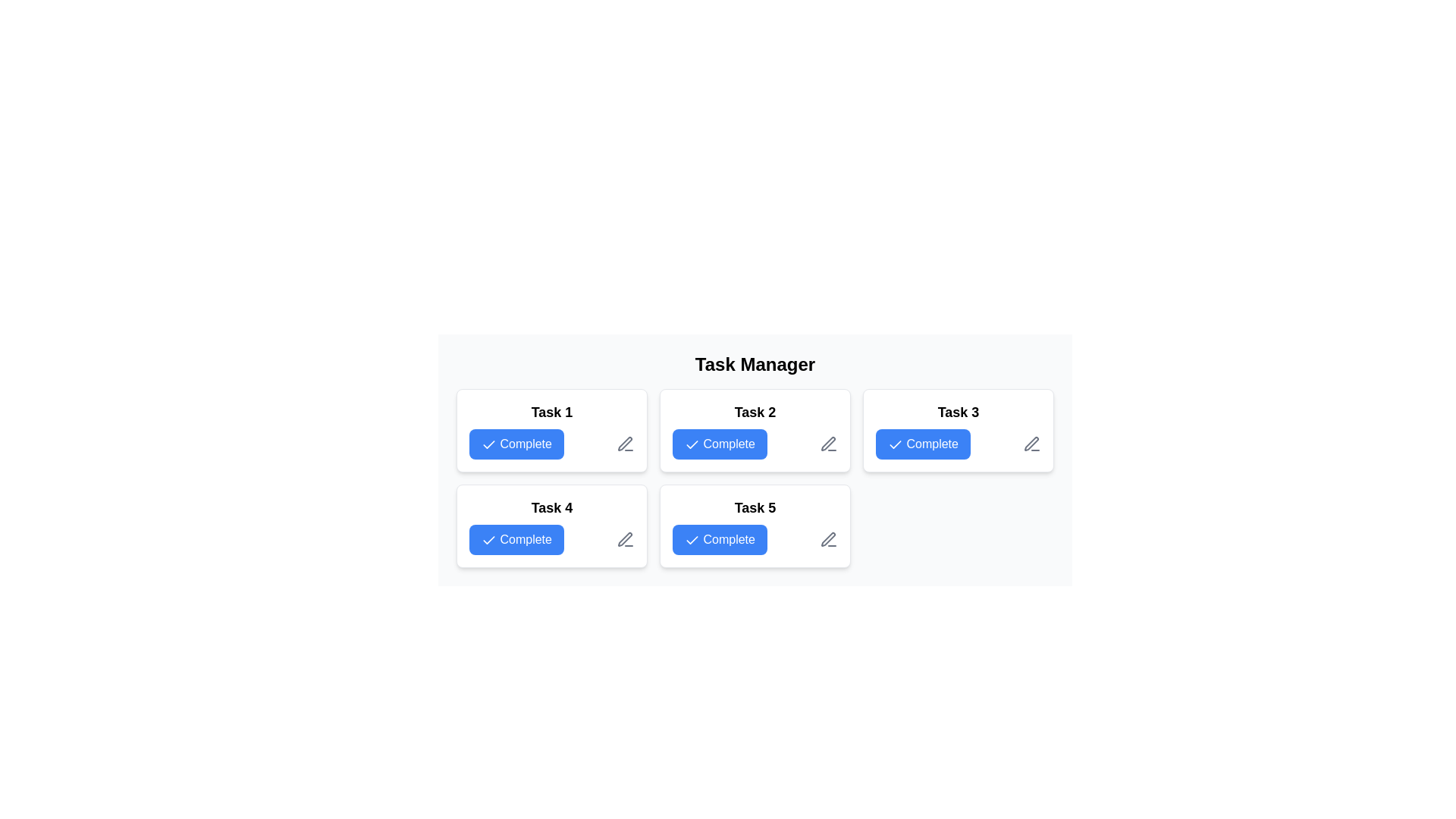  I want to click on the text label that identifies the task as 'Task 4 Complete', which is positioned at the top center of the card in the second row and first column of the task manager layout grid, so click(551, 508).